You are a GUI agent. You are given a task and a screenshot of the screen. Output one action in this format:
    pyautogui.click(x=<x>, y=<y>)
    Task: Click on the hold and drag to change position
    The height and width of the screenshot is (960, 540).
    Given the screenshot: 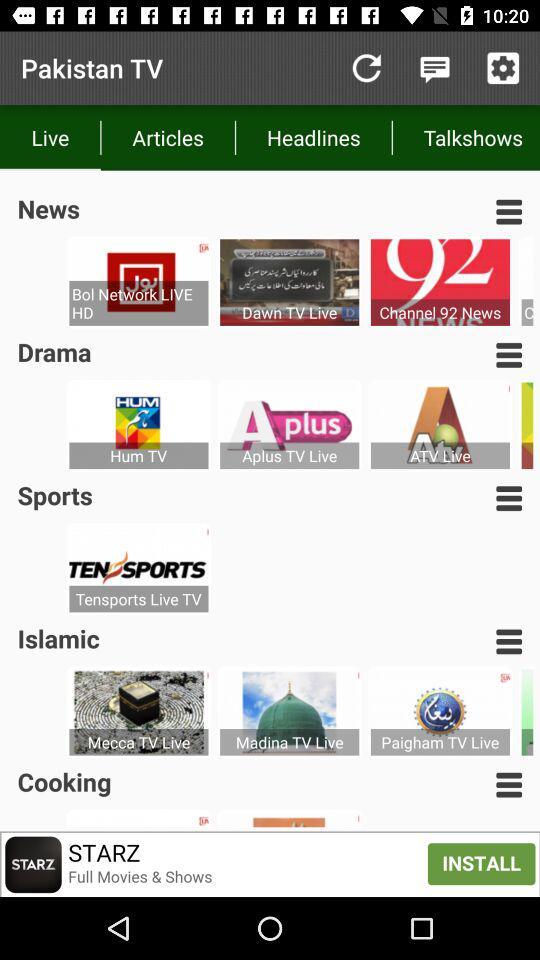 What is the action you would take?
    pyautogui.click(x=509, y=784)
    